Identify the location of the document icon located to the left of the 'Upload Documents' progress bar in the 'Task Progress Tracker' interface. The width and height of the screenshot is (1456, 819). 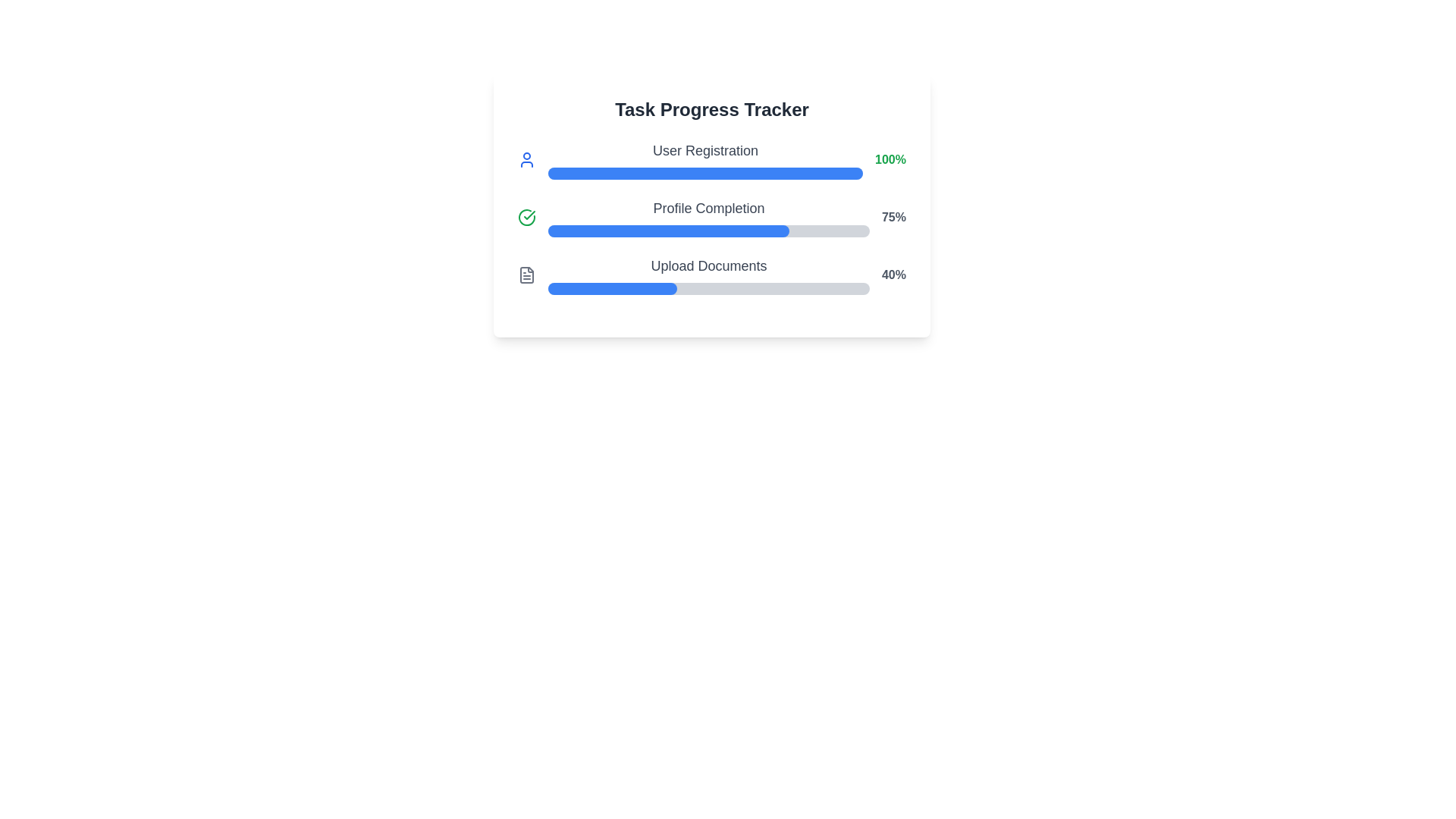
(527, 275).